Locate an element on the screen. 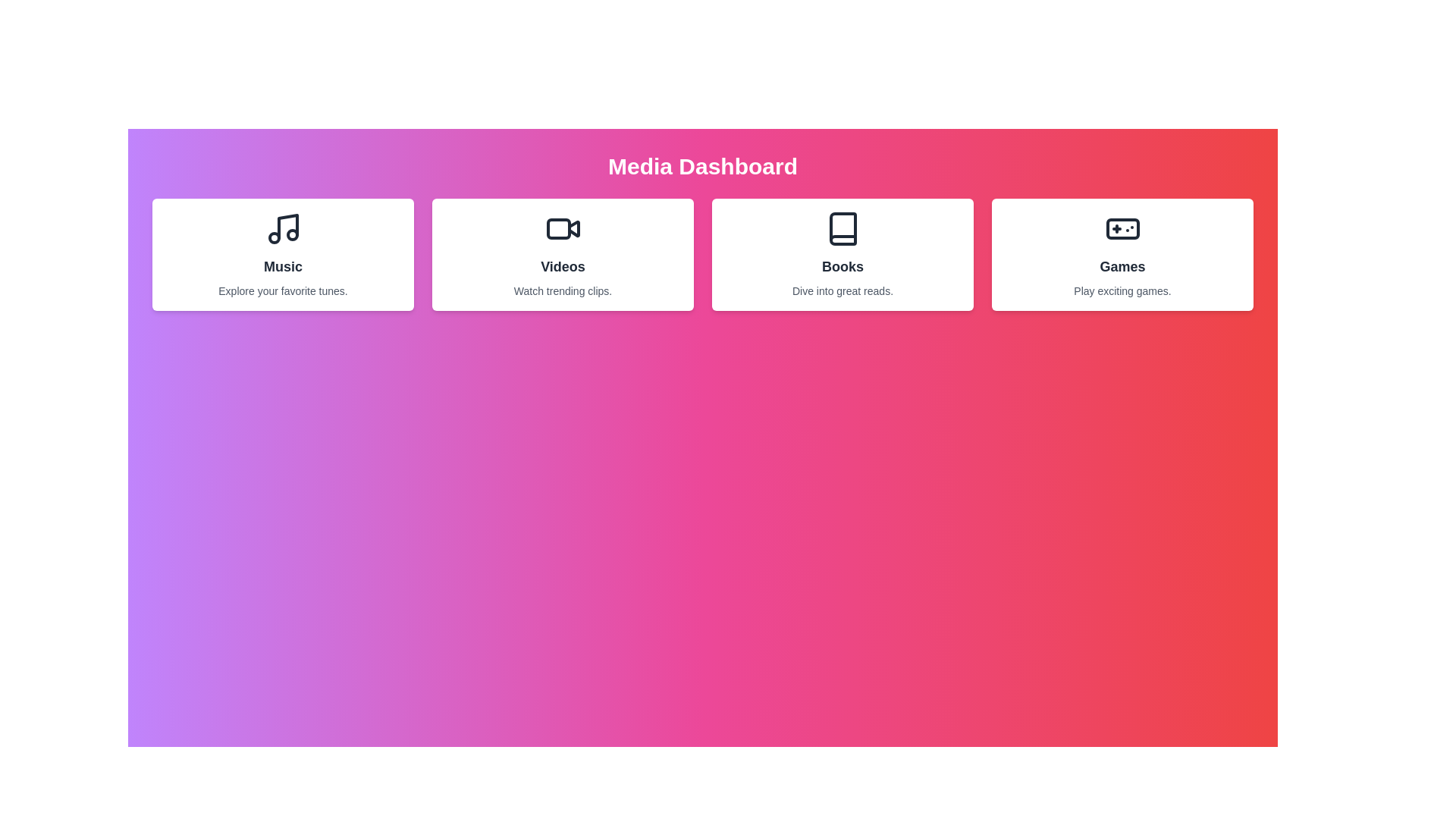 The width and height of the screenshot is (1456, 819). the 'Books' category icon, which is visually represented as a vector graphic within a rectangular card labeled 'Books', located in the media dashboard interface is located at coordinates (842, 228).